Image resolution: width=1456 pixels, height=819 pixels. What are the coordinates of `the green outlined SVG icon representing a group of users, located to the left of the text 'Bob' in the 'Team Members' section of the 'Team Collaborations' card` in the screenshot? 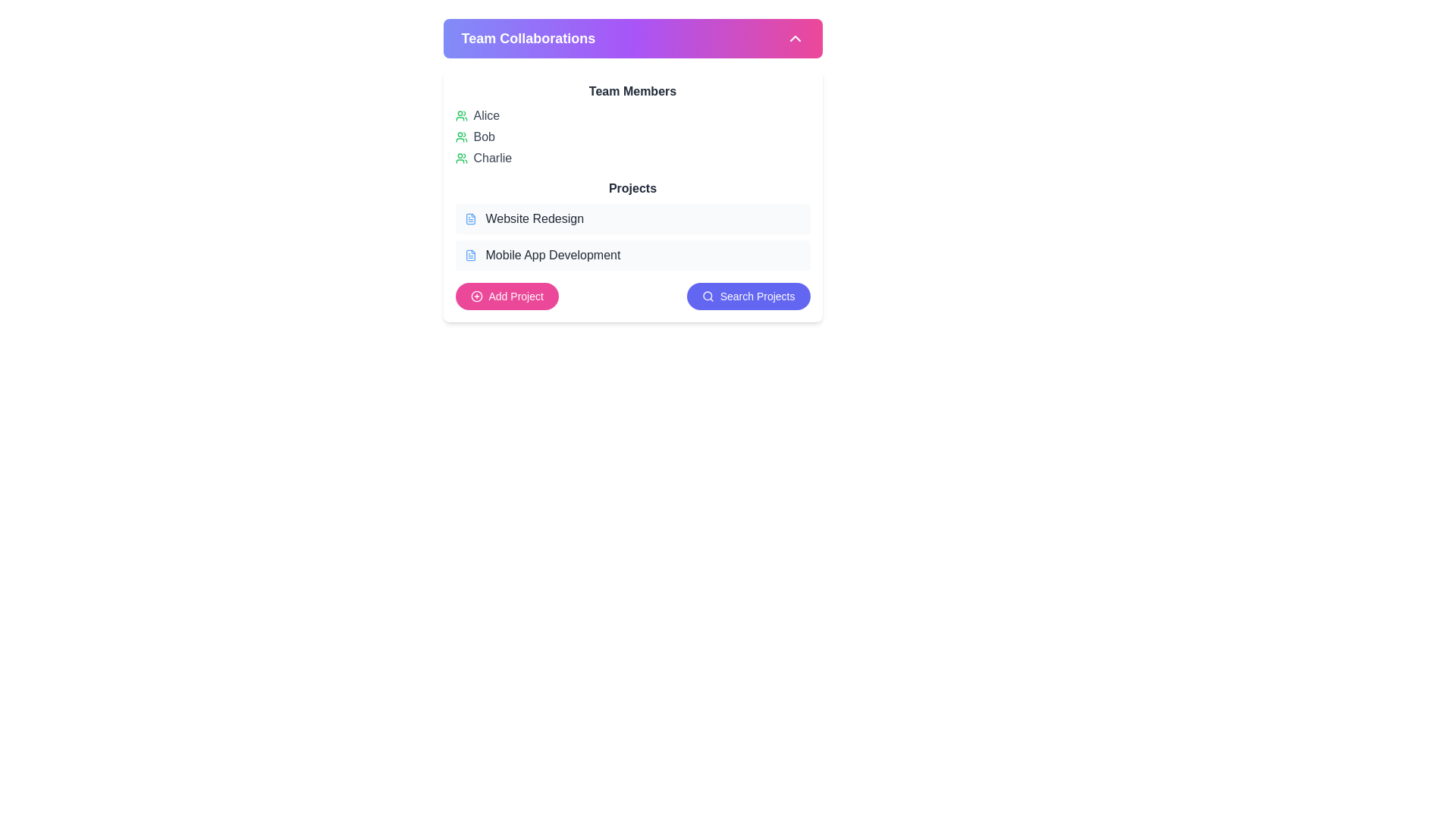 It's located at (460, 137).